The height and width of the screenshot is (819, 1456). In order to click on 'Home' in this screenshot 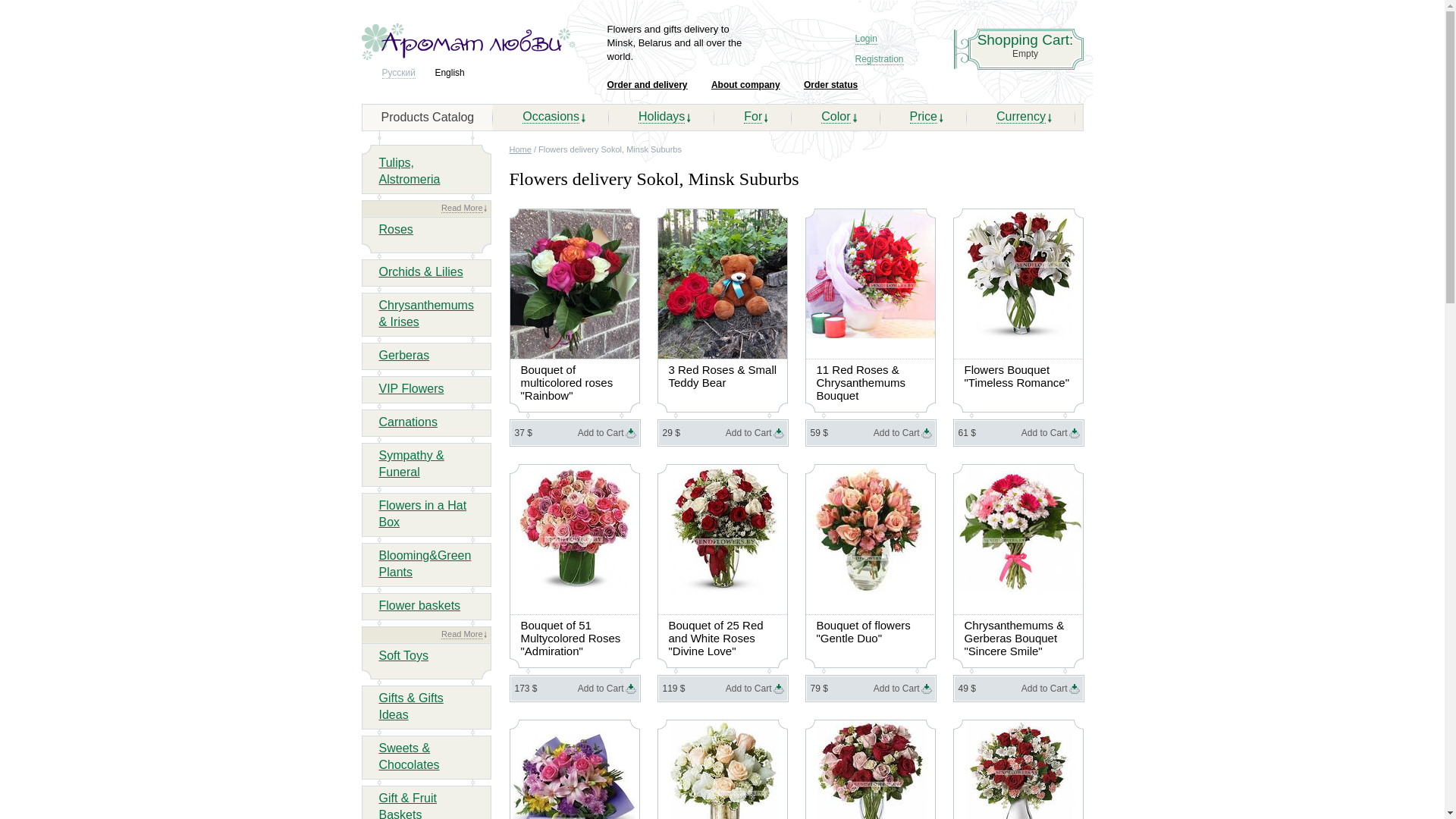, I will do `click(520, 149)`.